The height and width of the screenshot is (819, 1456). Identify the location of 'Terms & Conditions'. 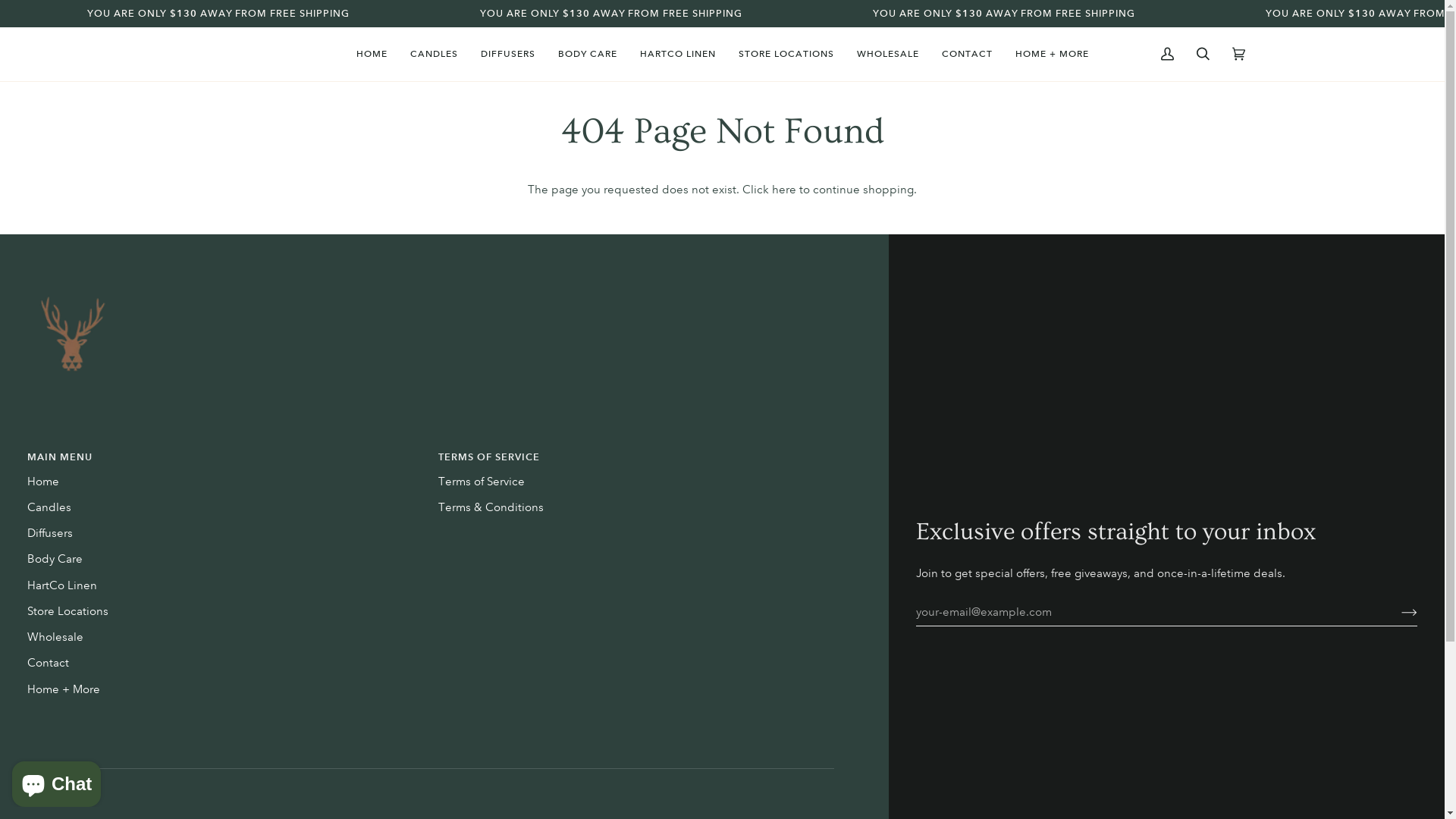
(437, 507).